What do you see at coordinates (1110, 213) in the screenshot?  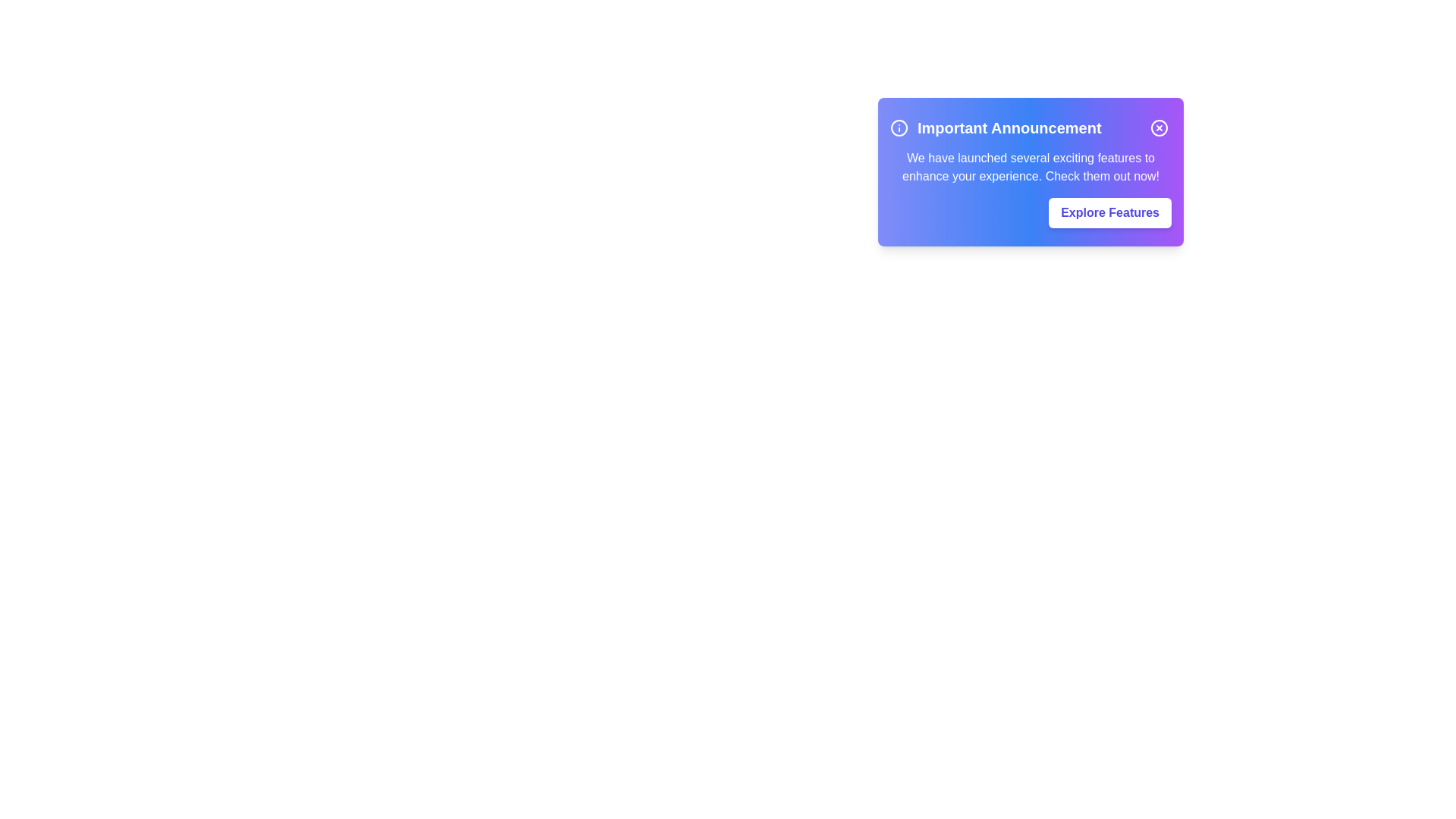 I see `the 'Explore Features' button to navigate to the features section` at bounding box center [1110, 213].